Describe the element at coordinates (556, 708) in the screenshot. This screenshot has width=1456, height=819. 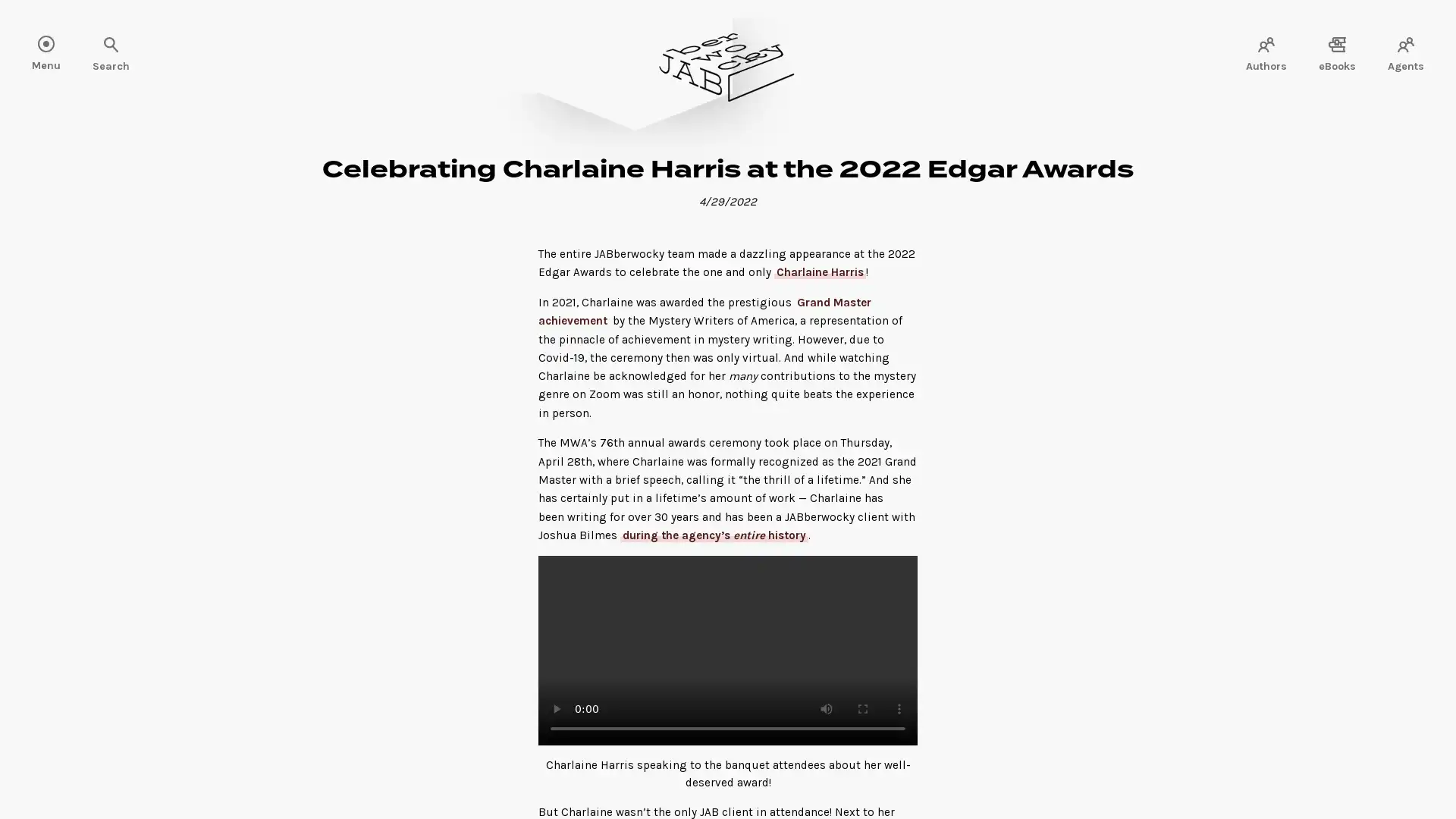
I see `play` at that location.